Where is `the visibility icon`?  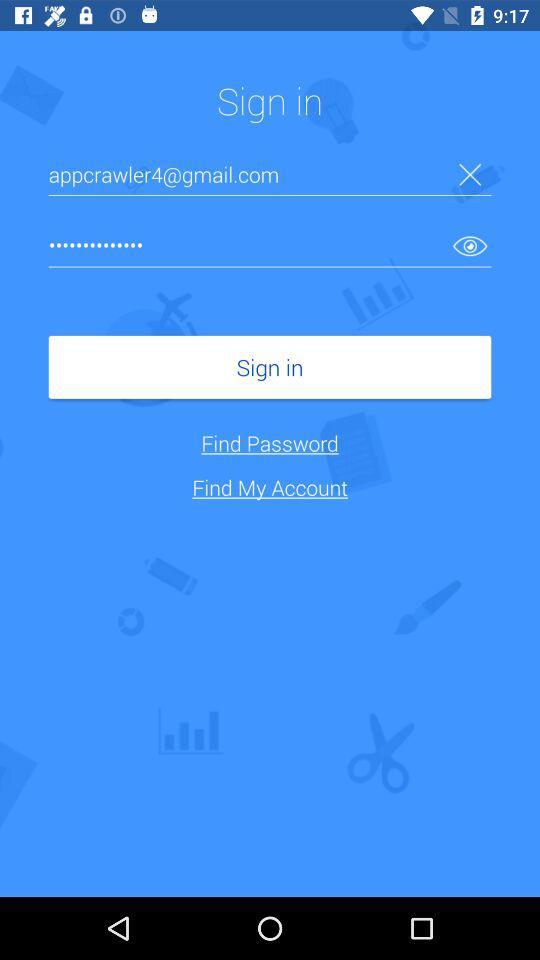 the visibility icon is located at coordinates (470, 244).